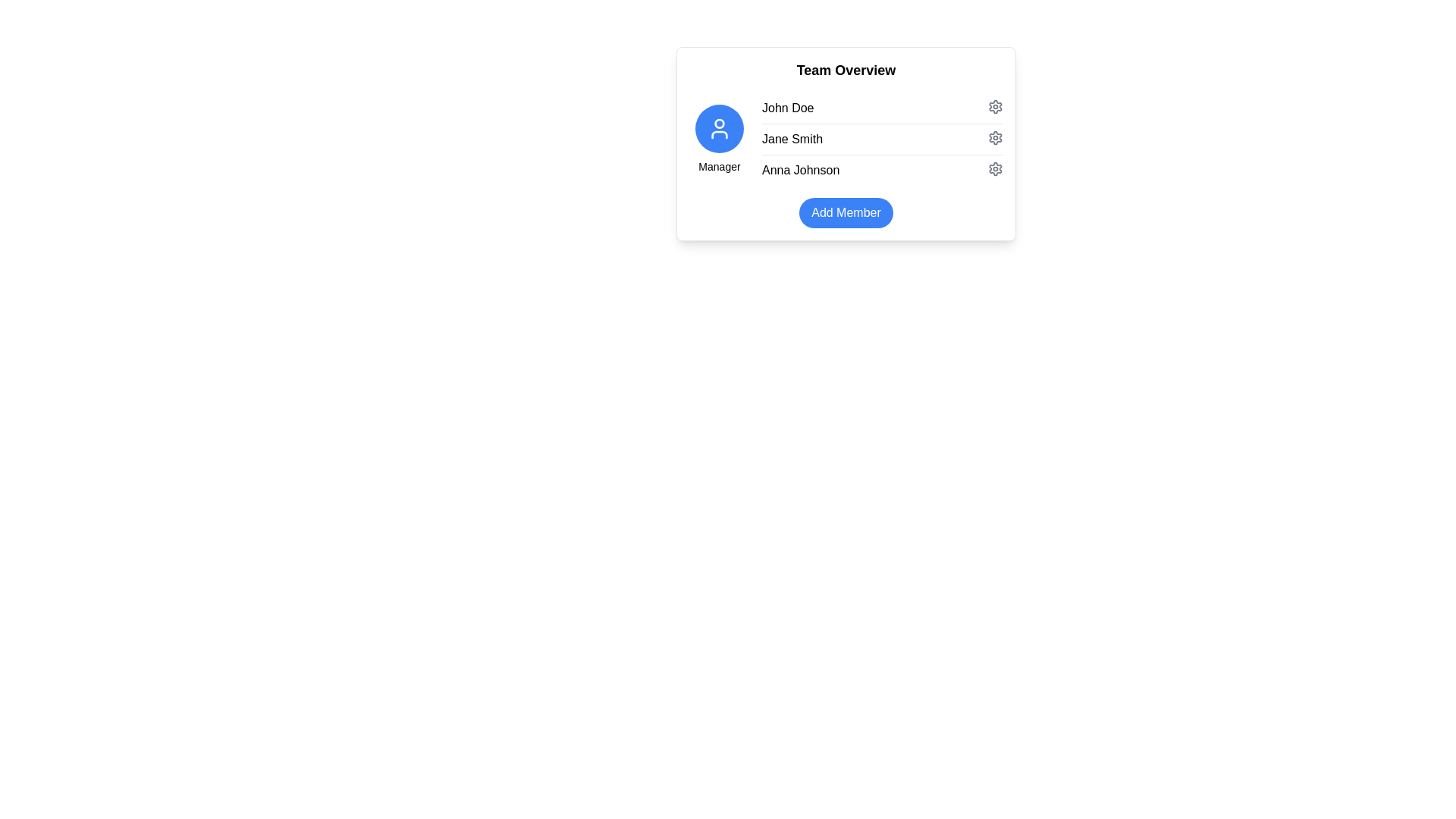  What do you see at coordinates (846, 143) in the screenshot?
I see `the list item displaying 'Jane Smith'` at bounding box center [846, 143].